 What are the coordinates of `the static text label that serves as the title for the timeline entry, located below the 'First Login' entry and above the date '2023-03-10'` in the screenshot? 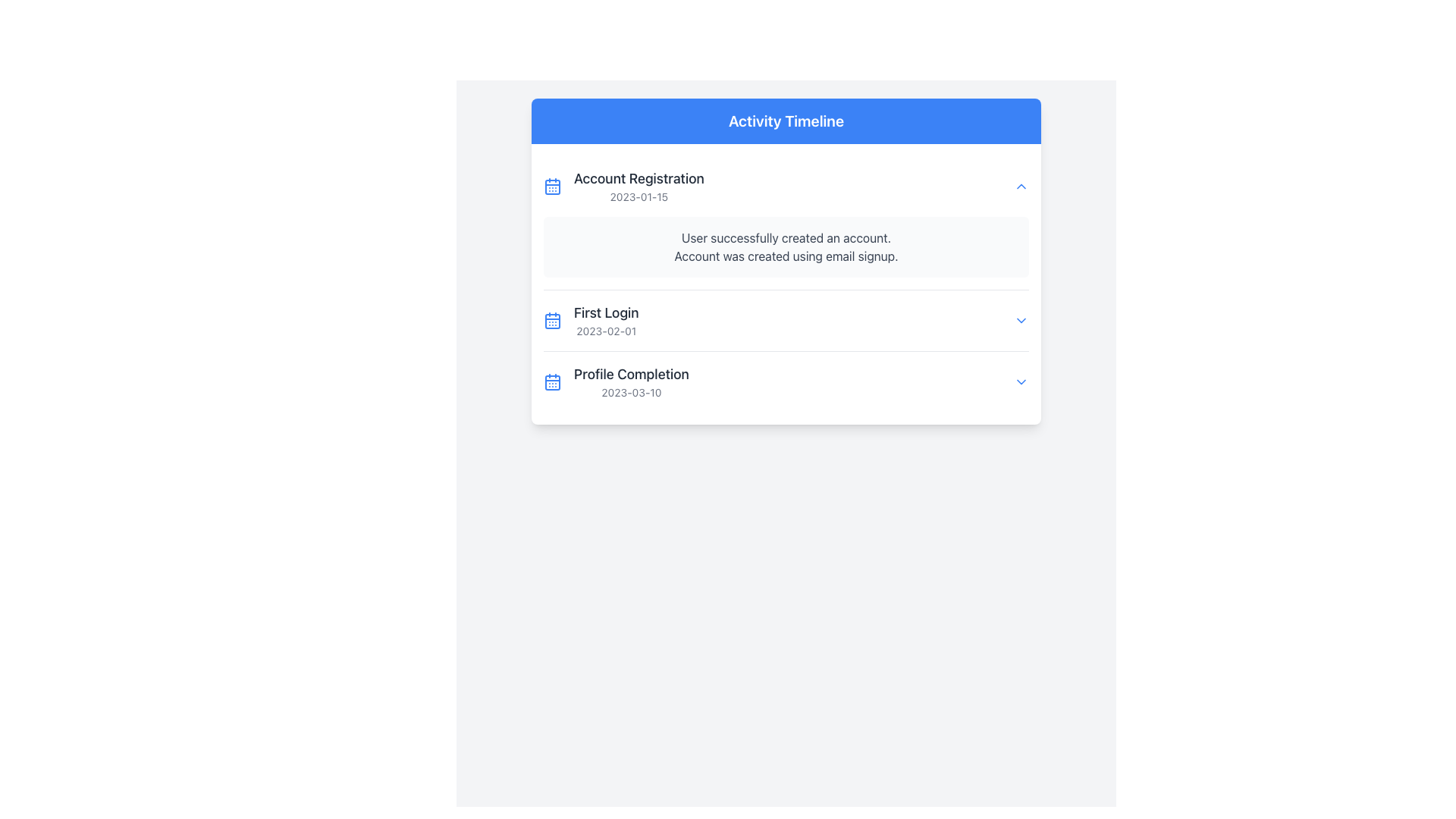 It's located at (631, 374).